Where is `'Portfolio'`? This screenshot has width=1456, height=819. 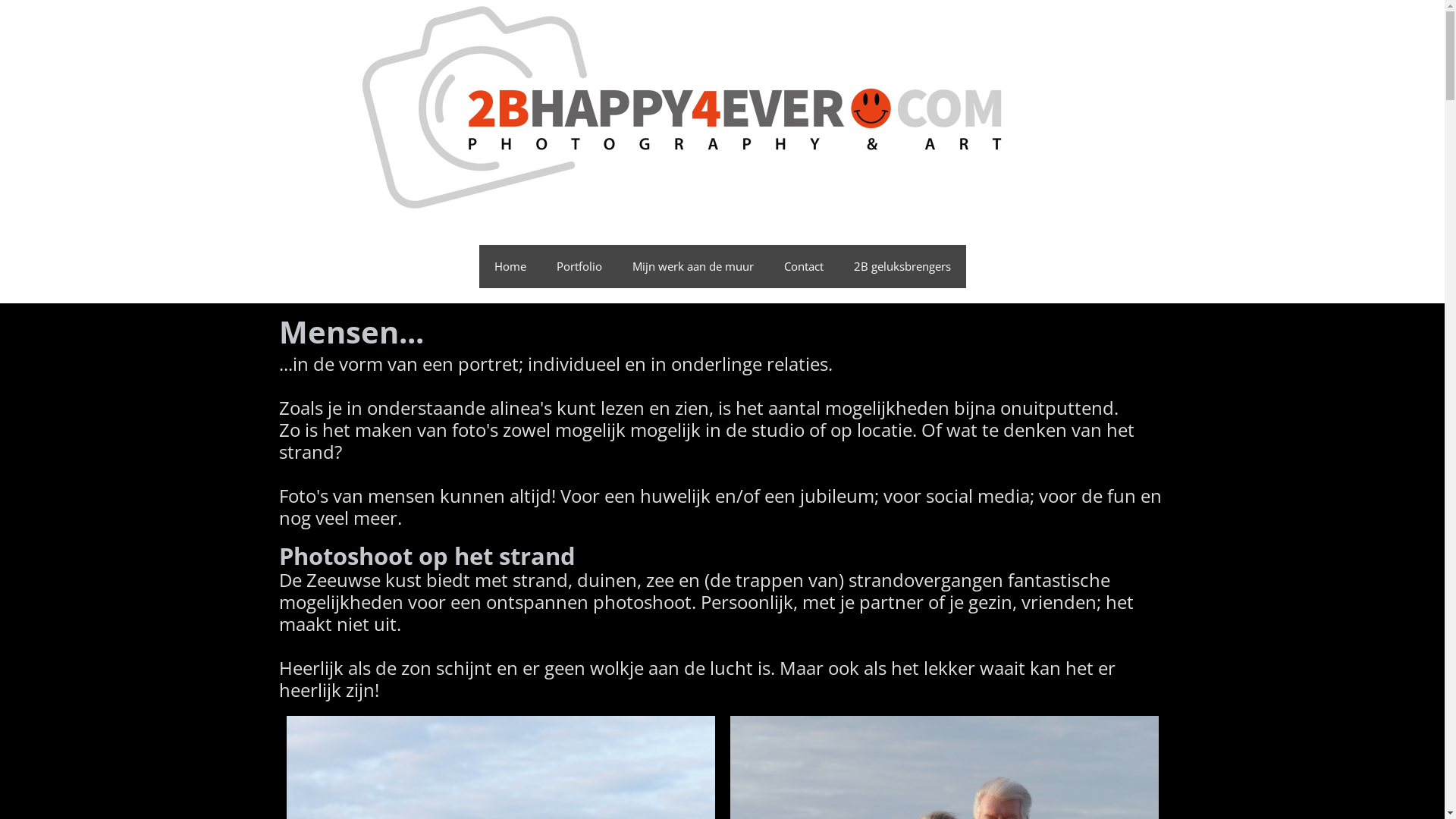 'Portfolio' is located at coordinates (541, 265).